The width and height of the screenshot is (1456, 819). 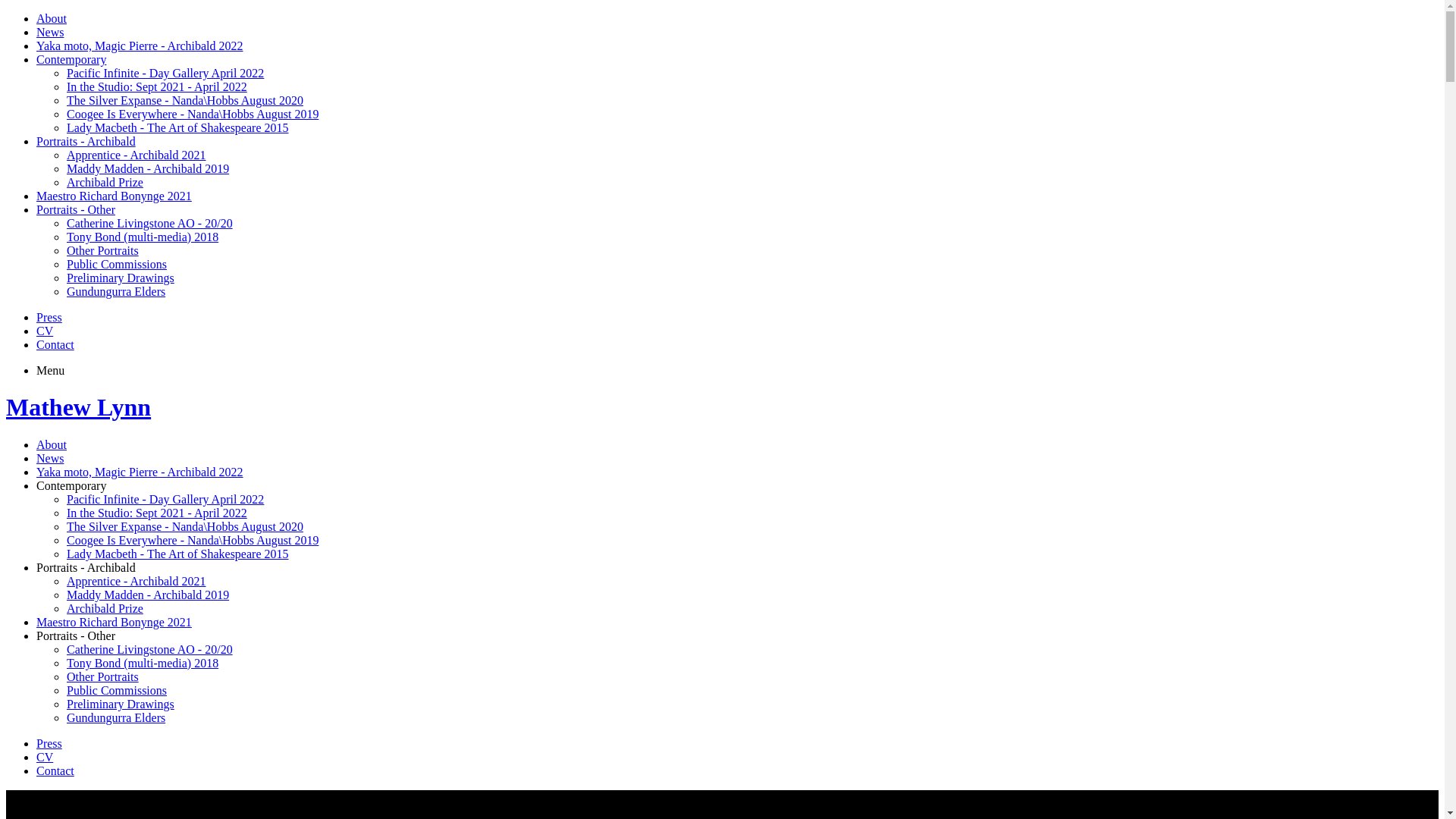 I want to click on 'Apprentice - Archibald 2021', so click(x=136, y=580).